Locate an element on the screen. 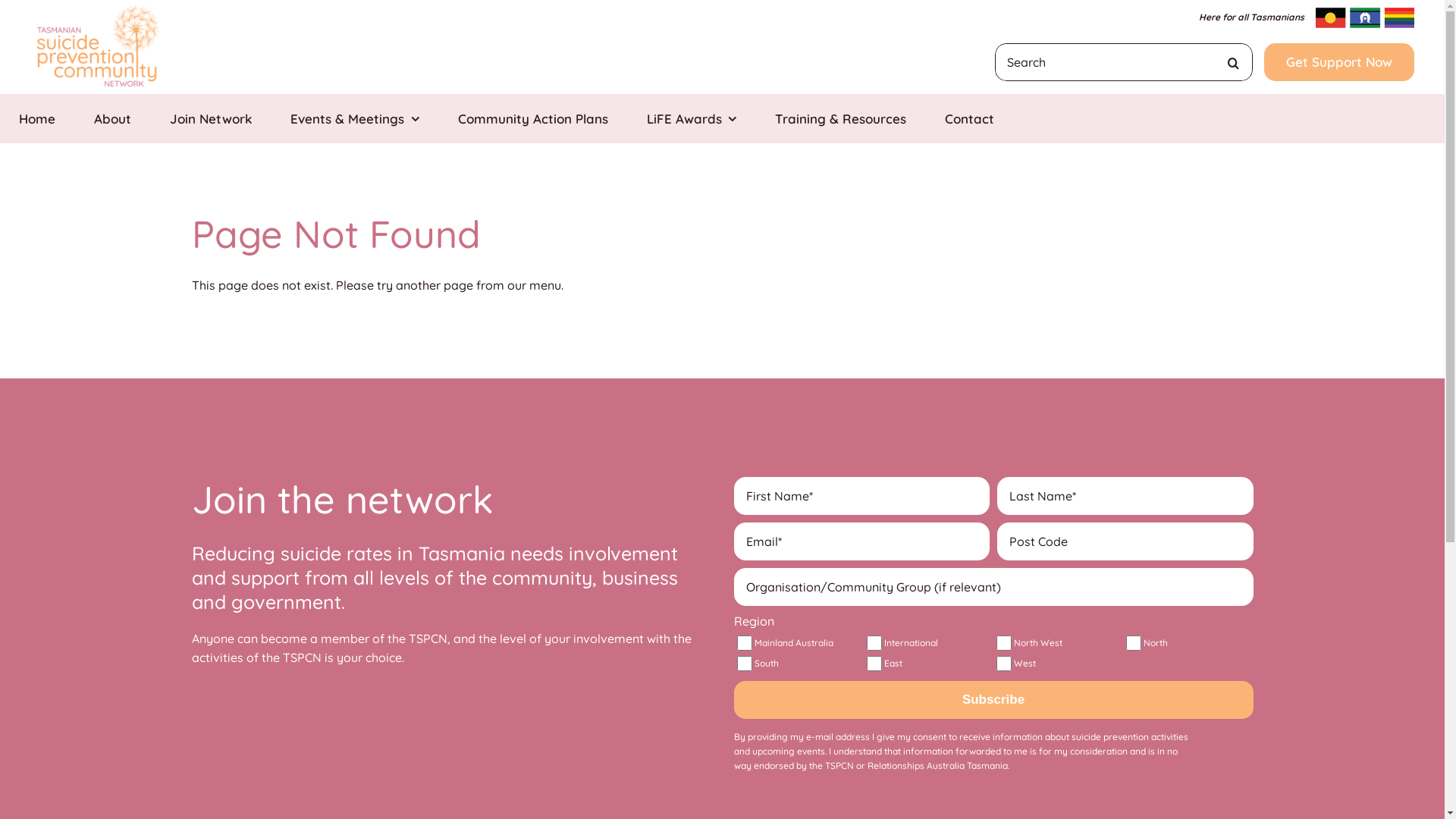  'Training & Resources' is located at coordinates (839, 118).